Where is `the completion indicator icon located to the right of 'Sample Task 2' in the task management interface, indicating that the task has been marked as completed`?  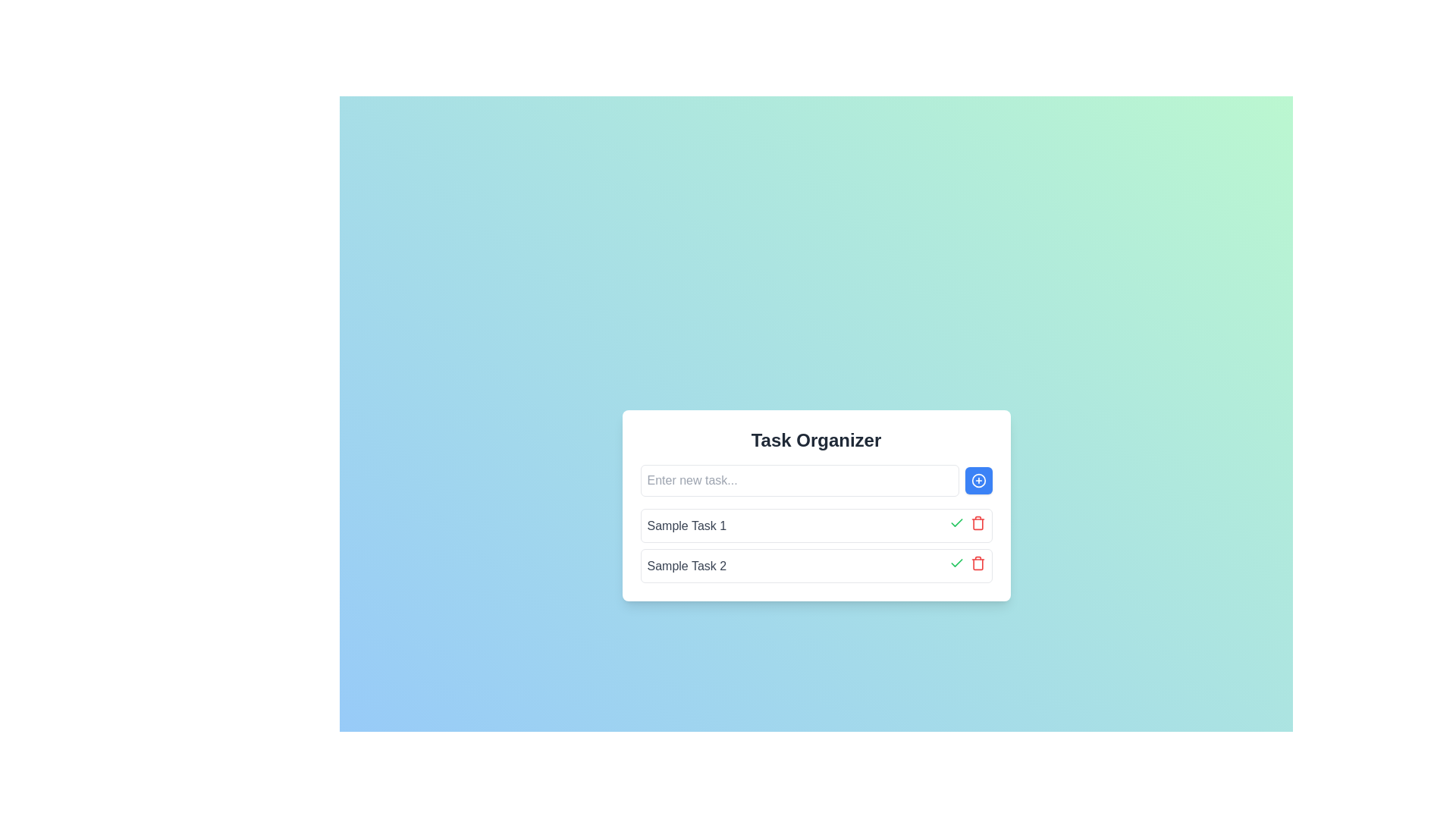
the completion indicator icon located to the right of 'Sample Task 2' in the task management interface, indicating that the task has been marked as completed is located at coordinates (955, 522).